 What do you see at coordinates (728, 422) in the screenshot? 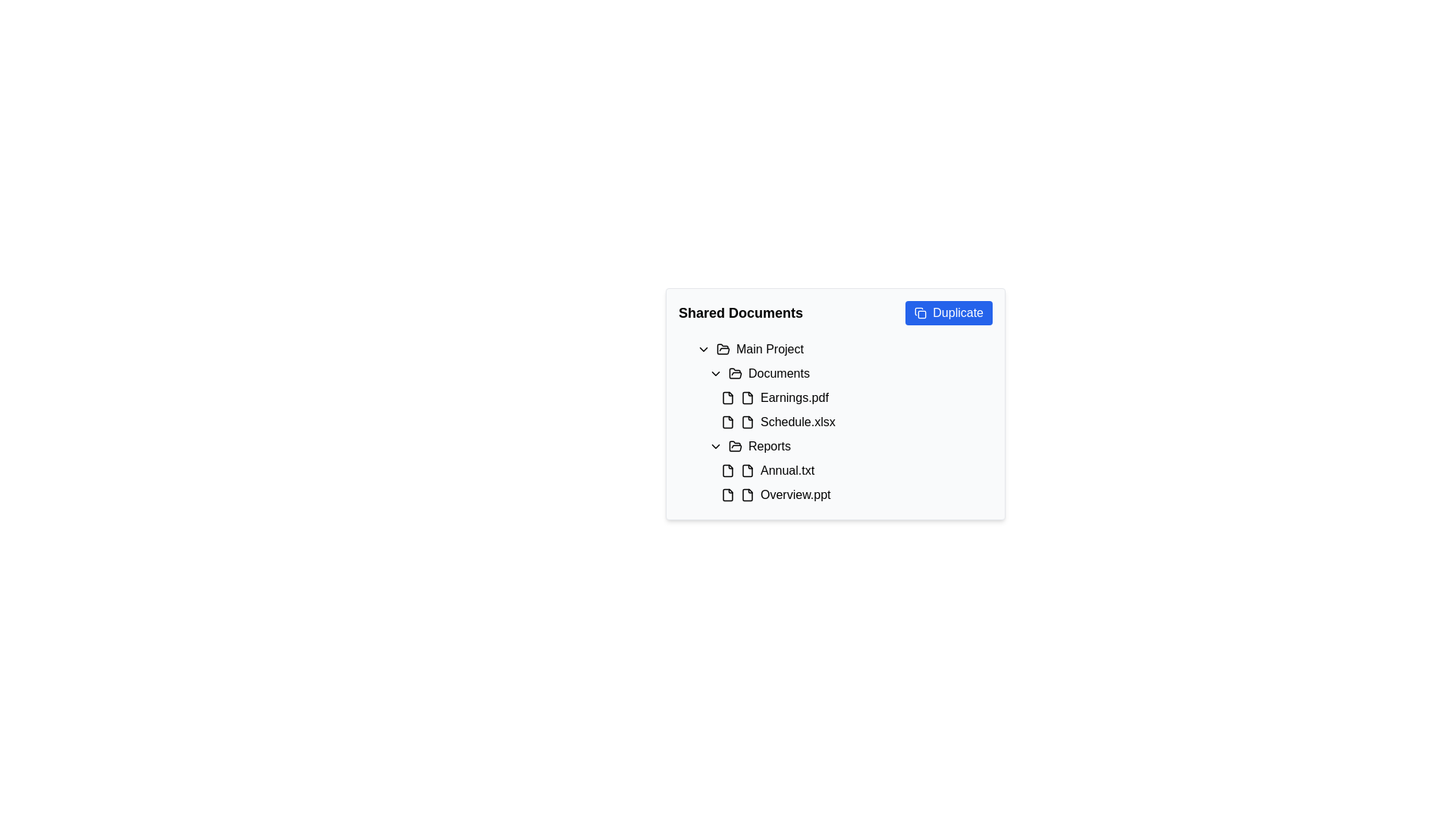
I see `the icon representing the file 'Schedule.xlsx' located in the 'Shared Documents' section, adjacent to its label` at bounding box center [728, 422].